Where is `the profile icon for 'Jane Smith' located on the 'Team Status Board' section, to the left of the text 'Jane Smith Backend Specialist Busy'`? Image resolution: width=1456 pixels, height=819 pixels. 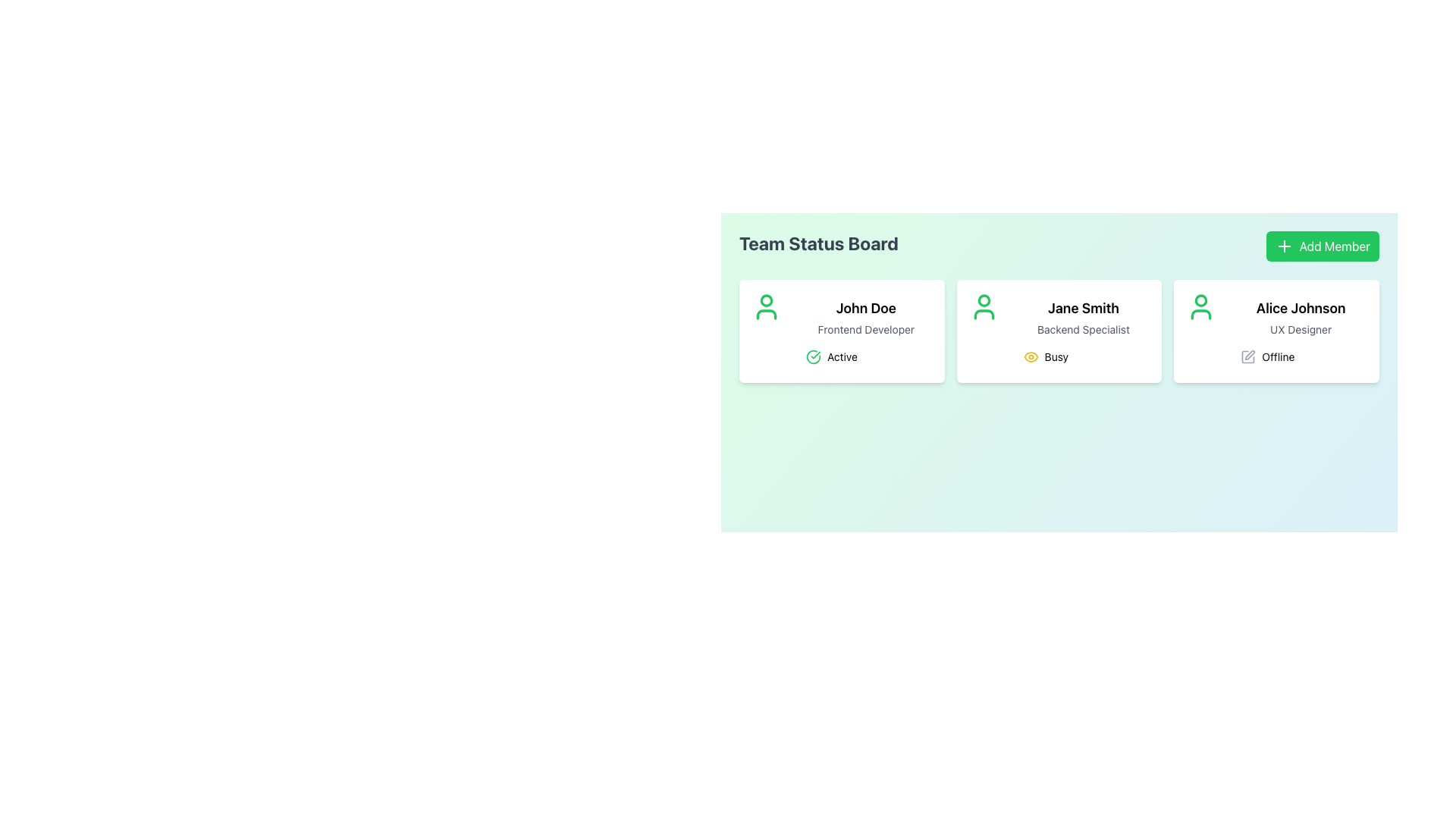
the profile icon for 'Jane Smith' located on the 'Team Status Board' section, to the left of the text 'Jane Smith Backend Specialist Busy' is located at coordinates (984, 307).